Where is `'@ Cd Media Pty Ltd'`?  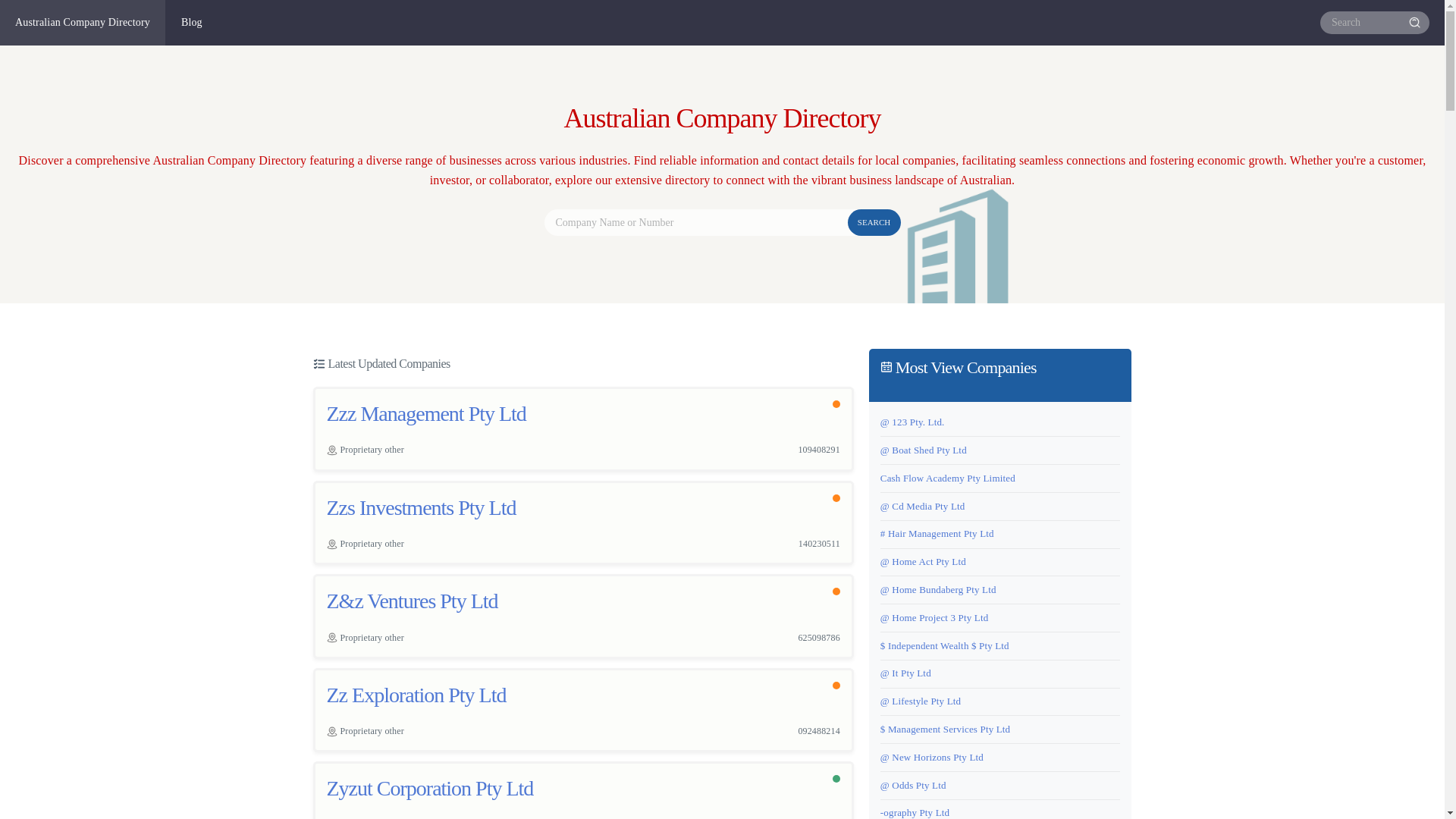
'@ Cd Media Pty Ltd' is located at coordinates (880, 506).